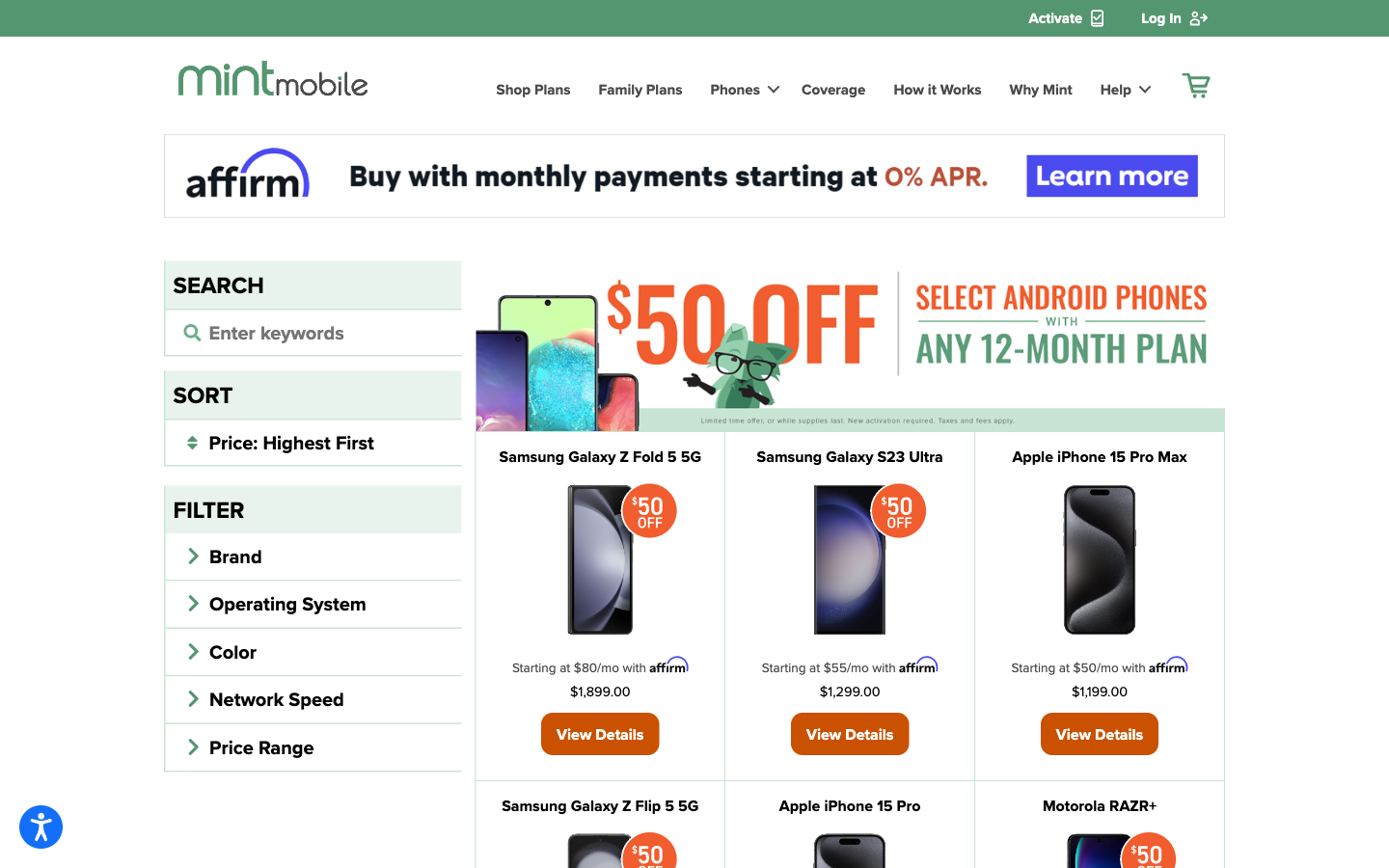 This screenshot has width=1389, height=868. Describe the element at coordinates (1099, 731) in the screenshot. I see `Inspect Apple iPhone 15 Pro Max phone"s details` at that location.